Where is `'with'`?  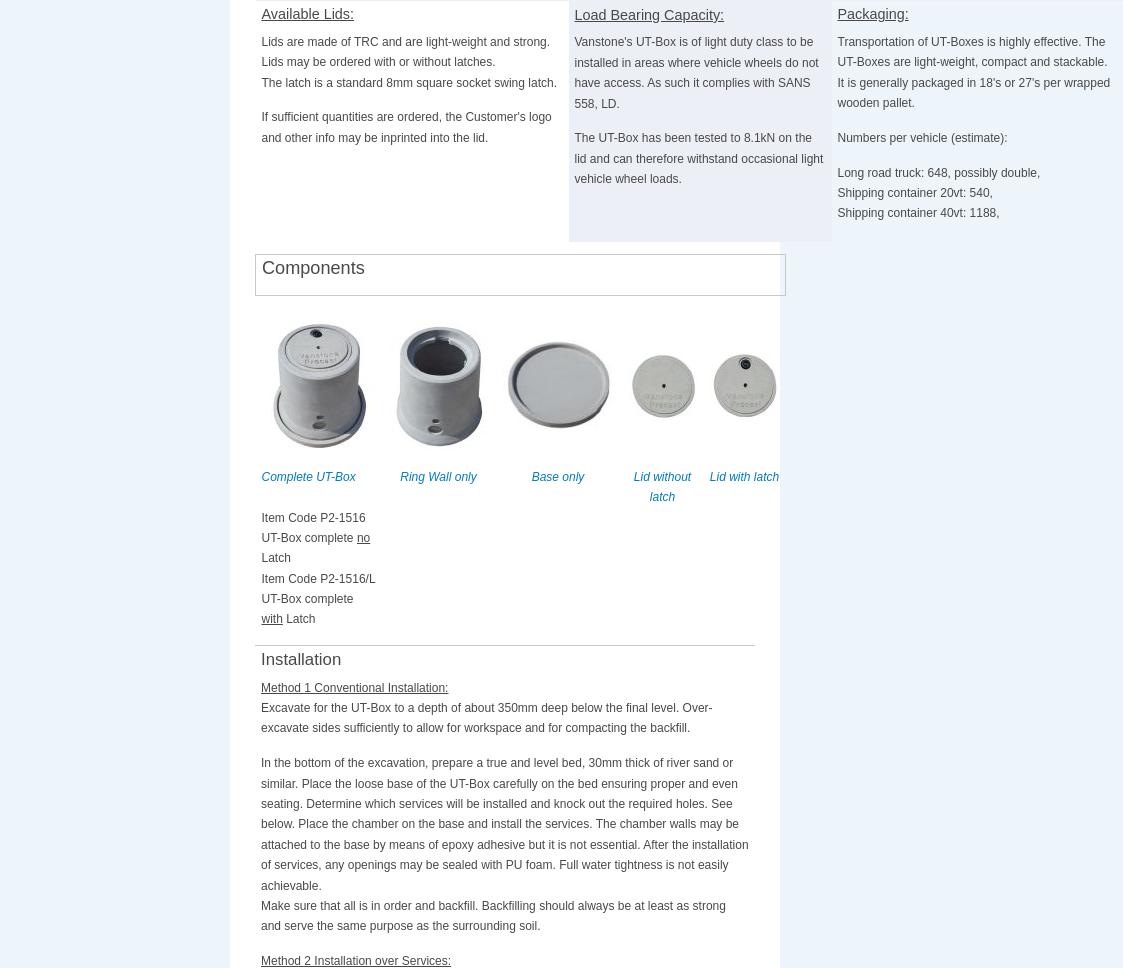 'with' is located at coordinates (260, 618).